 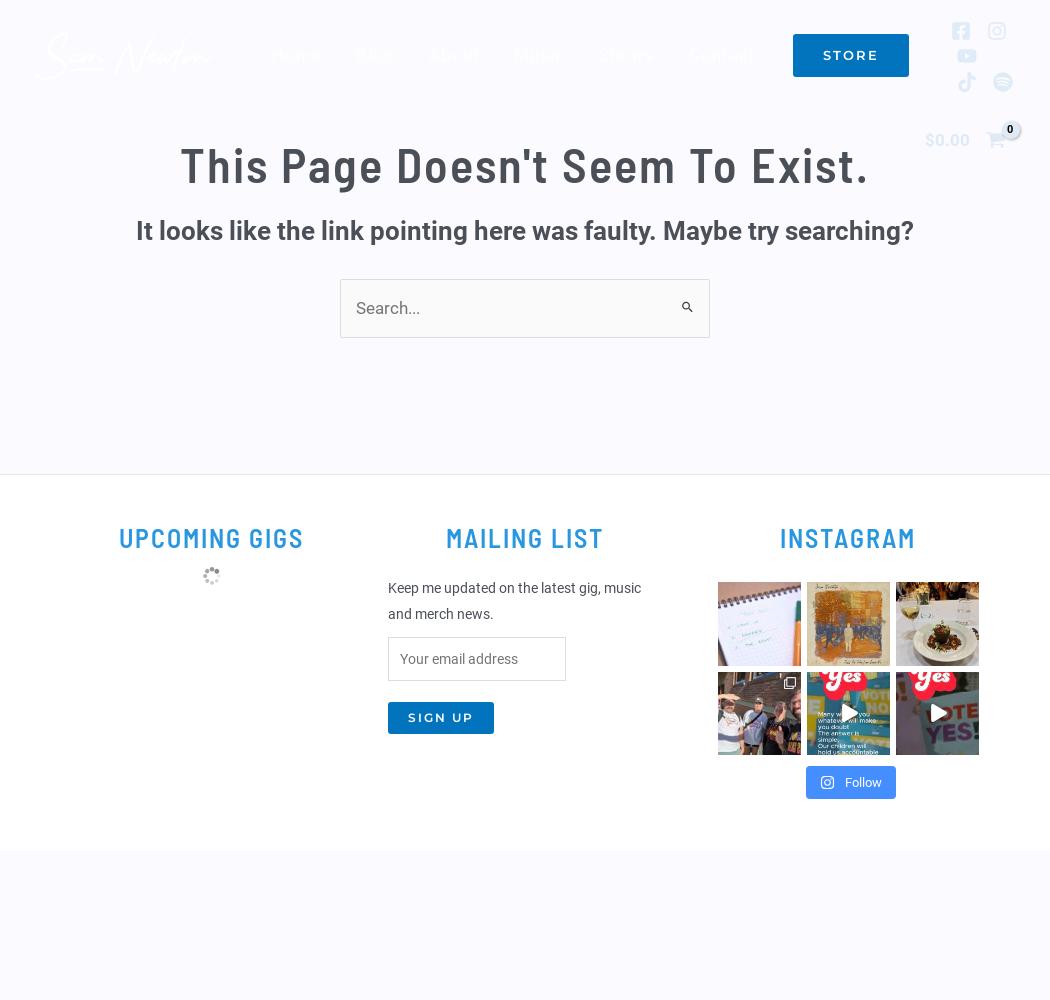 I want to click on 'Music', so click(x=539, y=55).